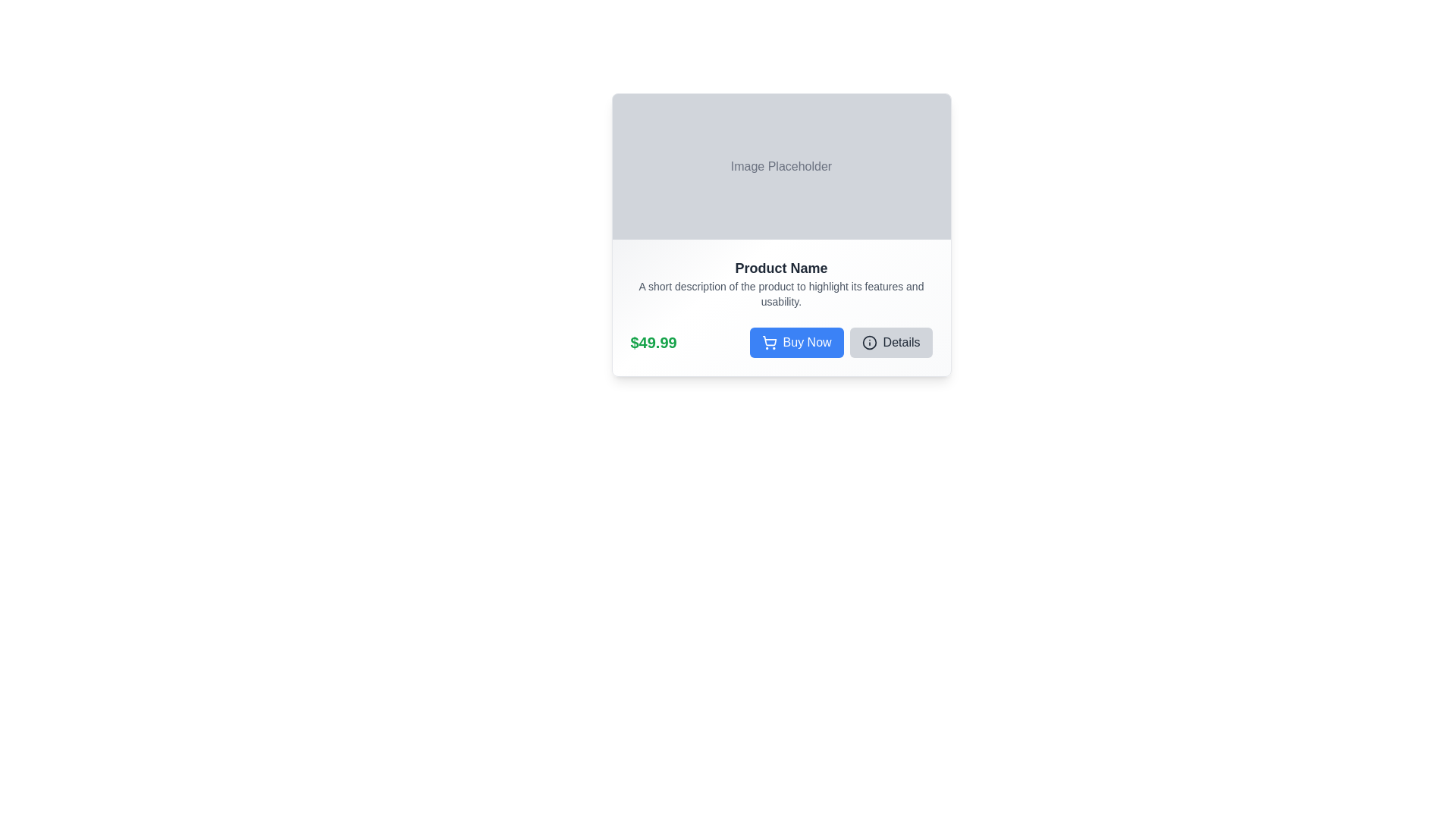 This screenshot has height=819, width=1456. Describe the element at coordinates (869, 342) in the screenshot. I see `the icon located to the left of the text label 'Details' within the 'Details' button in the lower right of the product information card` at that location.